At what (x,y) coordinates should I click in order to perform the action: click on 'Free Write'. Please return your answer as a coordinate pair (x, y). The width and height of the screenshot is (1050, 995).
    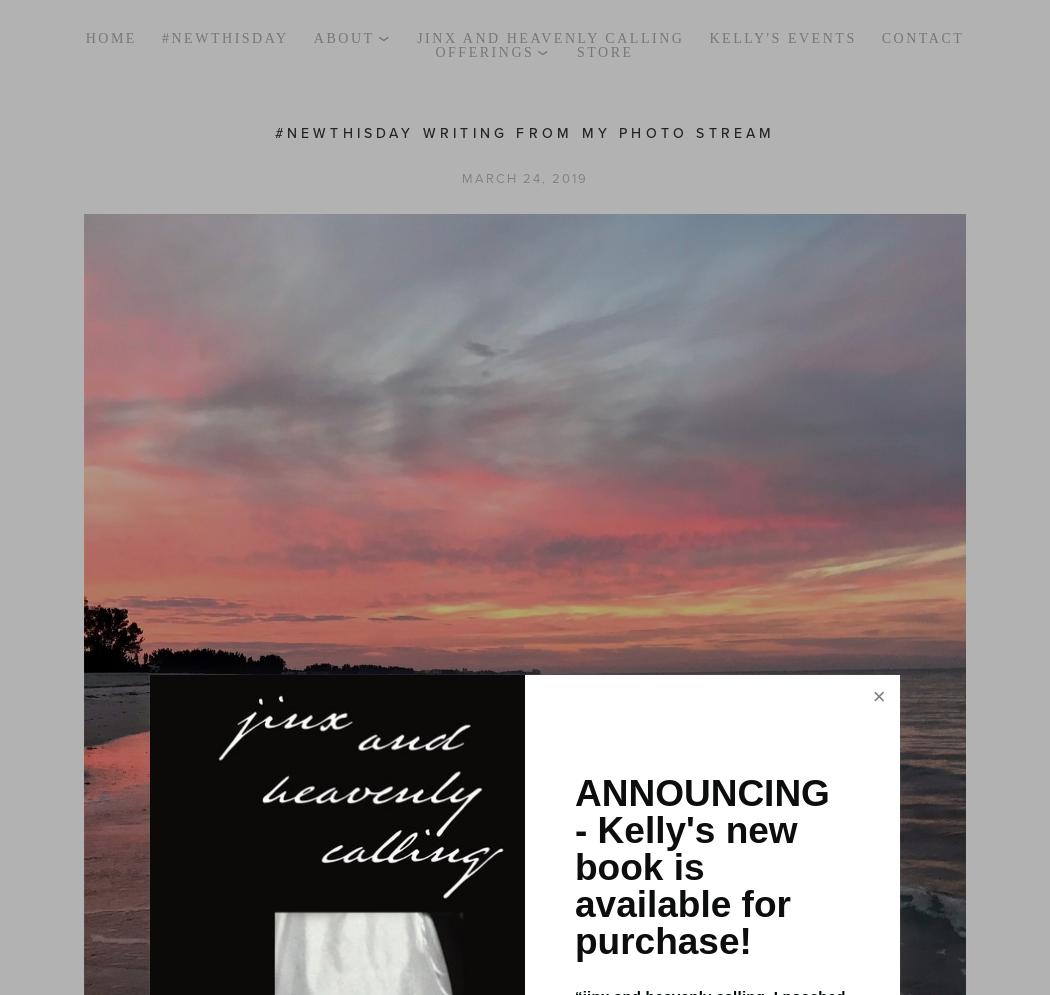
    Looking at the image, I should click on (488, 110).